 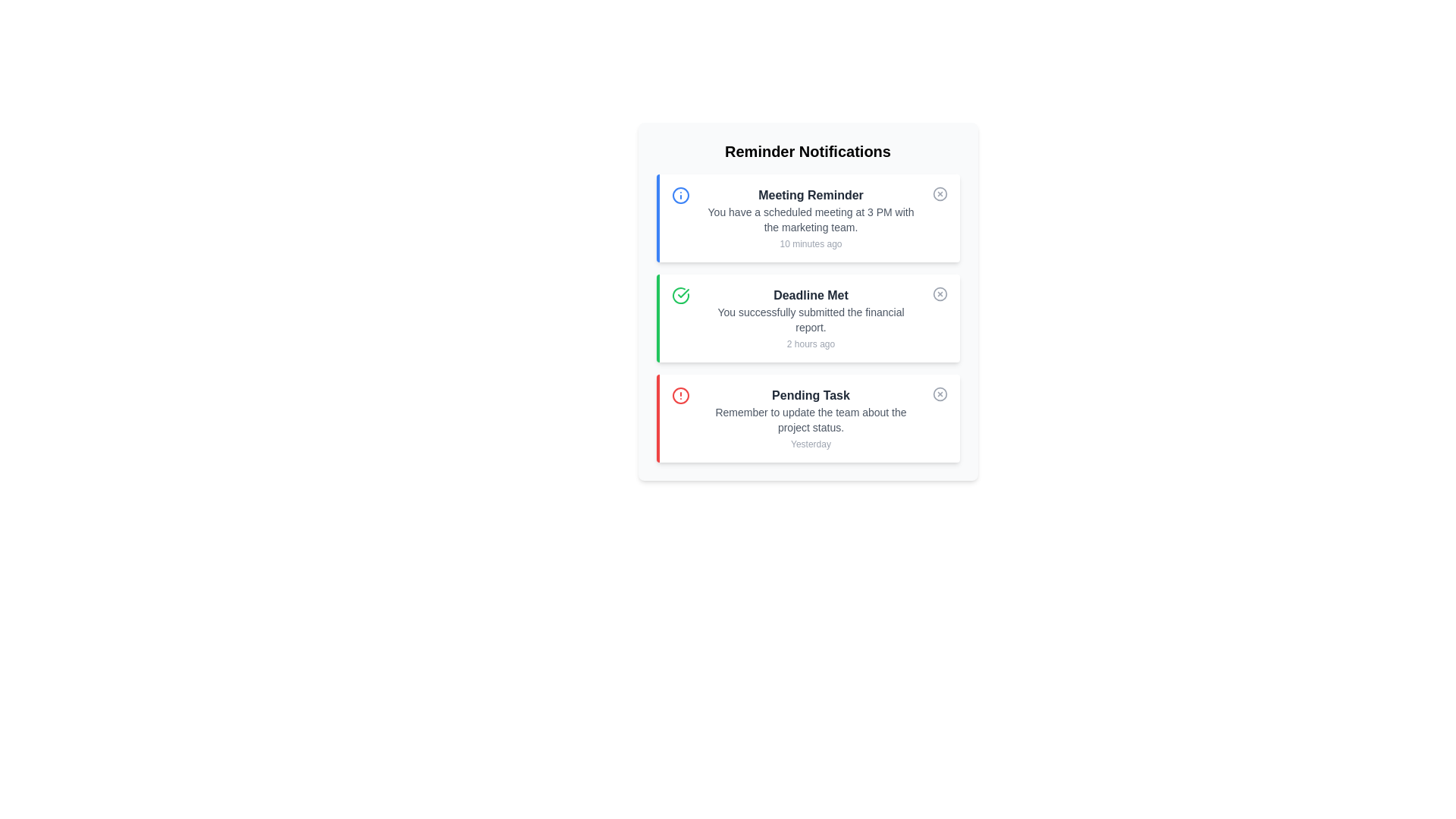 What do you see at coordinates (810, 219) in the screenshot?
I see `details of the upcoming meeting from the second line of text in the 'Meeting Reminder' notification card, which is located horizontally centered below the title and above the timestamp` at bounding box center [810, 219].